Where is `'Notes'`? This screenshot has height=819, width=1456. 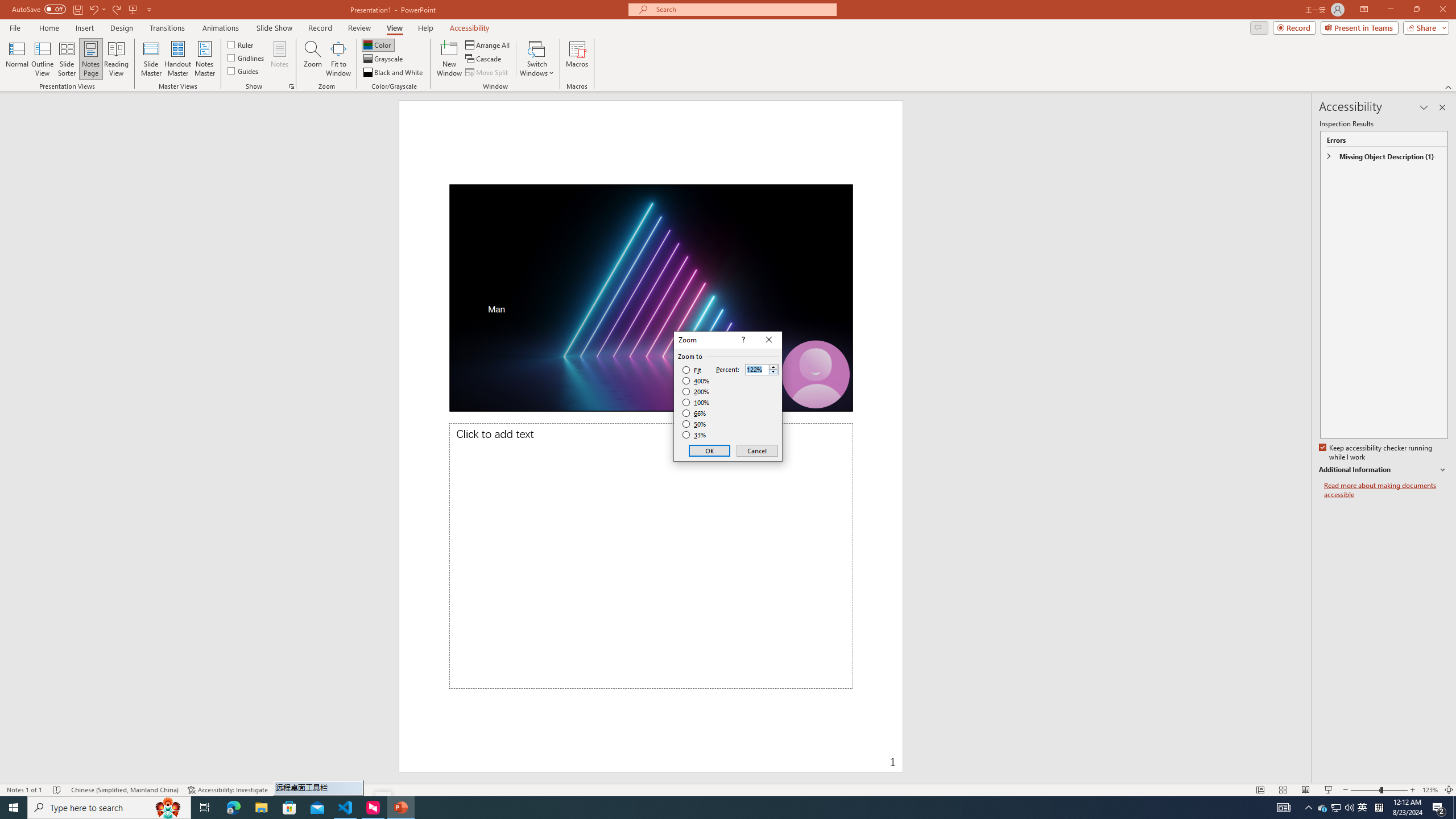
'Notes' is located at coordinates (279, 59).